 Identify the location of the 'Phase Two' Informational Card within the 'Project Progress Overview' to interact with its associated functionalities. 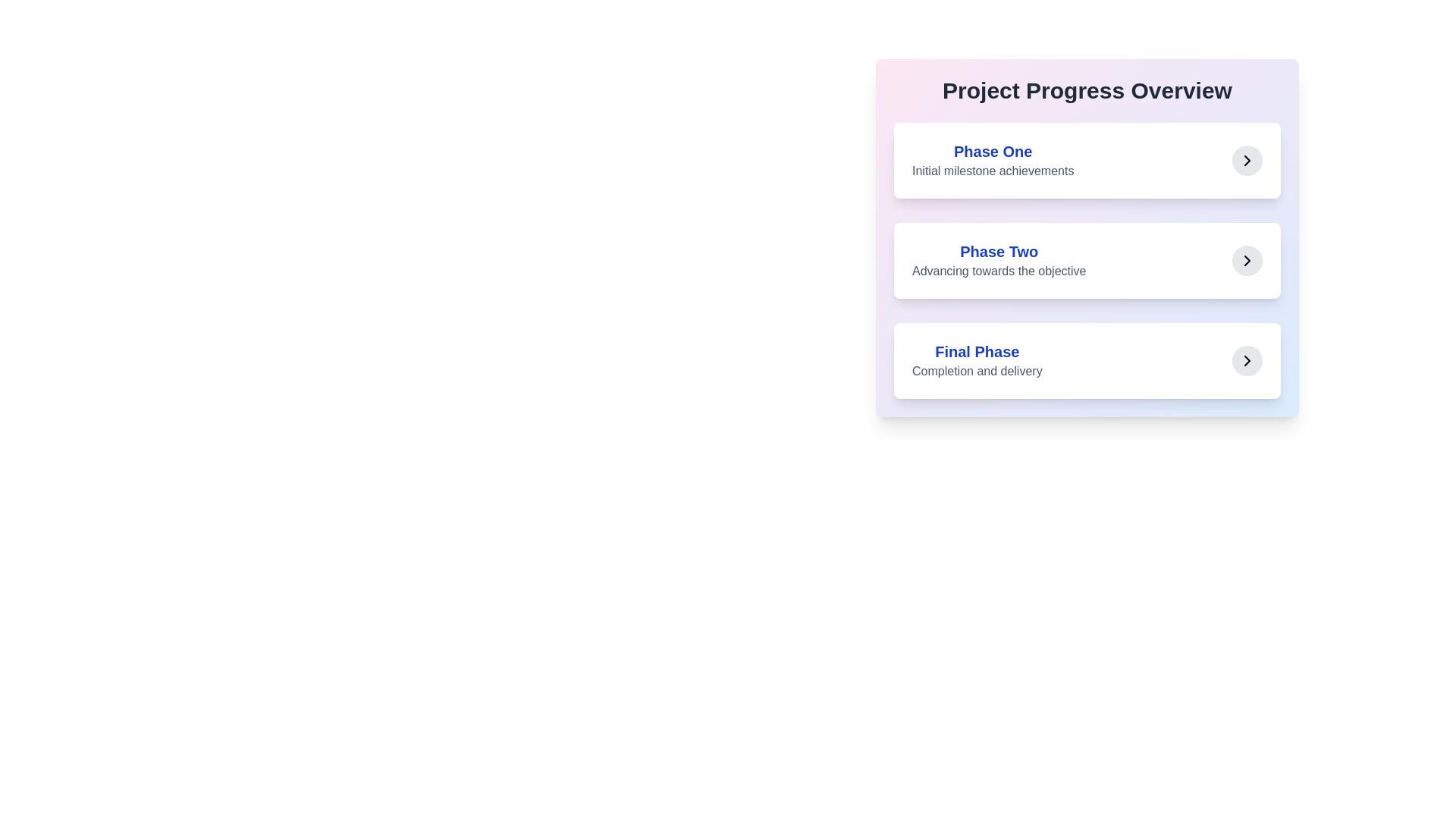
(1087, 237).